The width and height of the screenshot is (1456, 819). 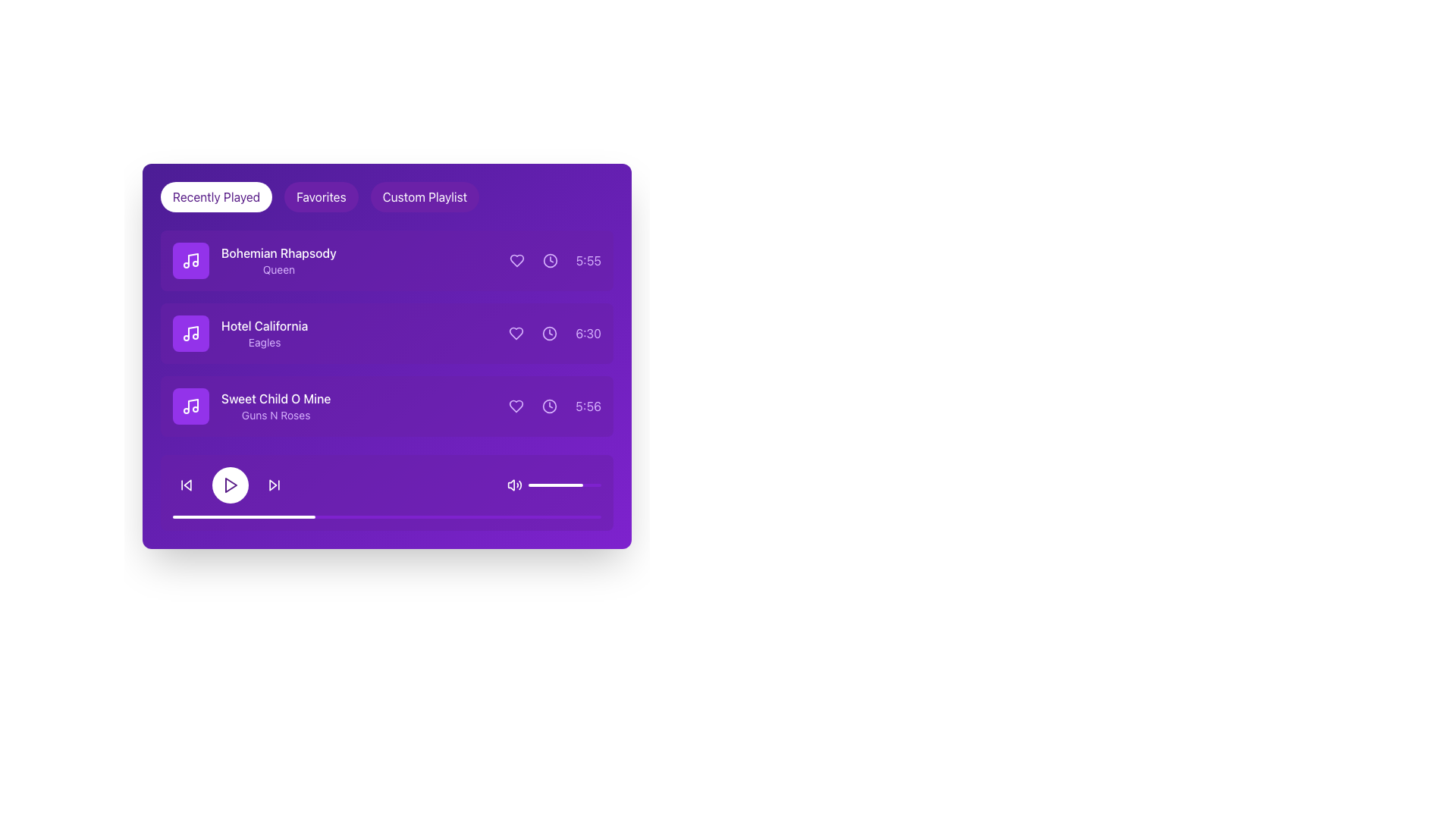 What do you see at coordinates (229, 485) in the screenshot?
I see `the Play button located at the bottom center of the media control panel to observe hover effects` at bounding box center [229, 485].